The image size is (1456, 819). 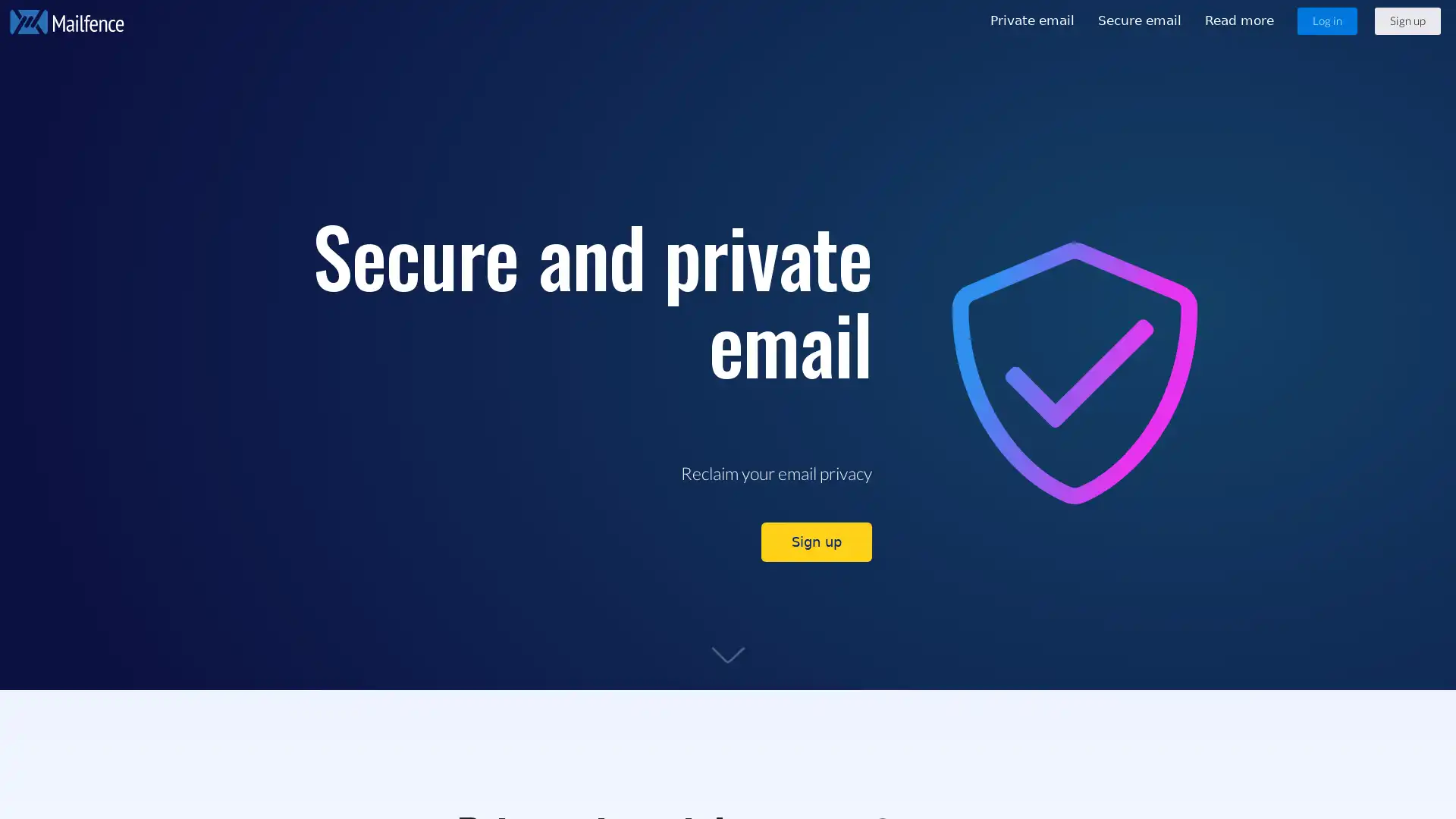 I want to click on button, so click(x=1326, y=20).